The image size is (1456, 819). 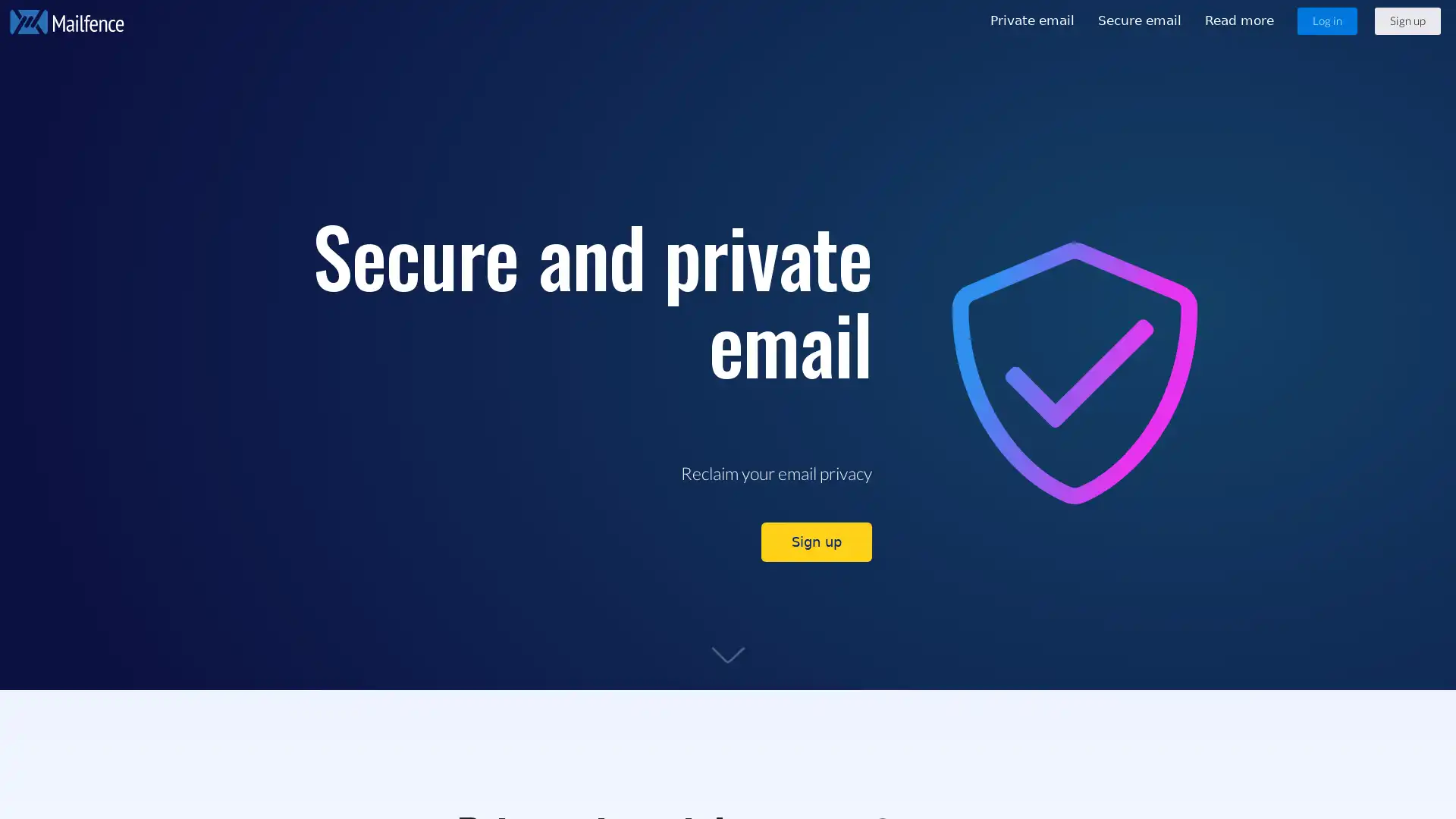 I want to click on button, so click(x=1326, y=20).